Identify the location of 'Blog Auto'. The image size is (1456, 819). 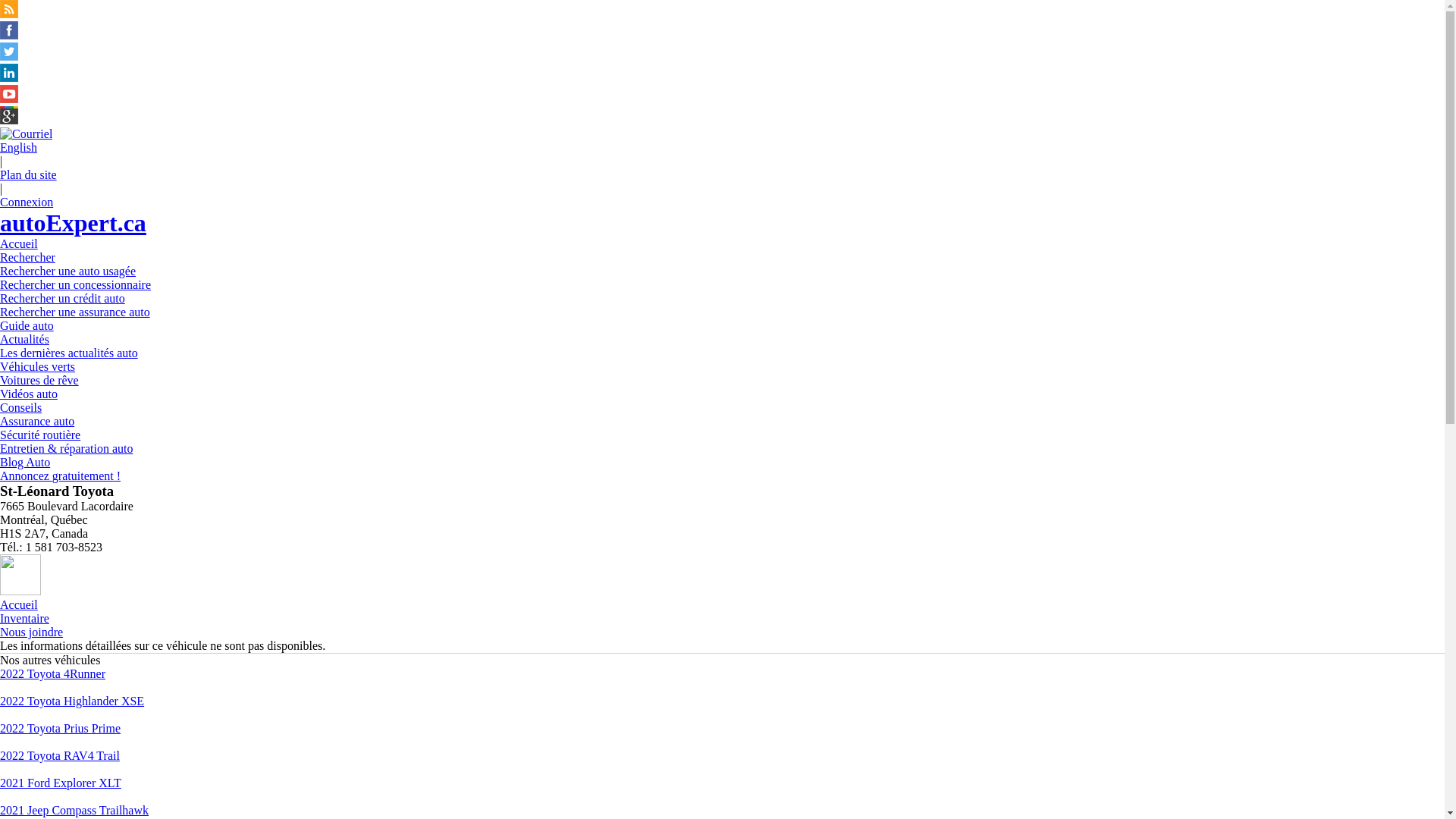
(25, 461).